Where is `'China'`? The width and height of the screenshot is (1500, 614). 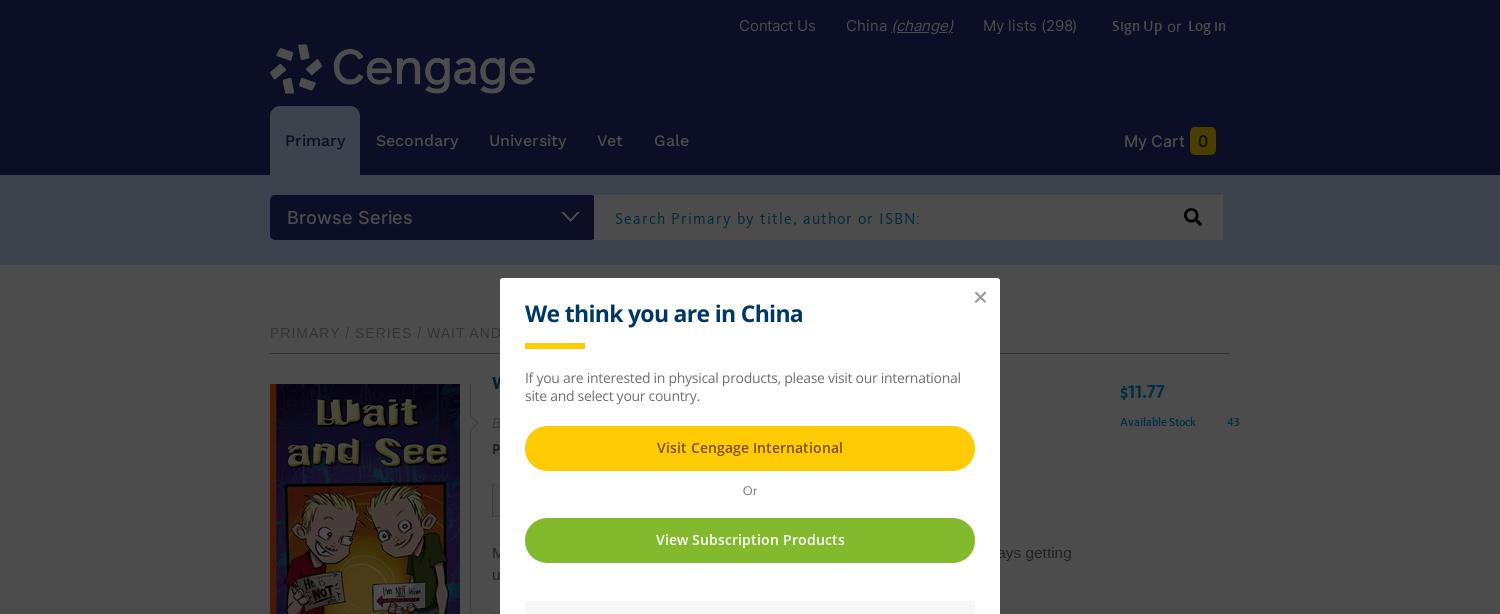
'China' is located at coordinates (867, 25).